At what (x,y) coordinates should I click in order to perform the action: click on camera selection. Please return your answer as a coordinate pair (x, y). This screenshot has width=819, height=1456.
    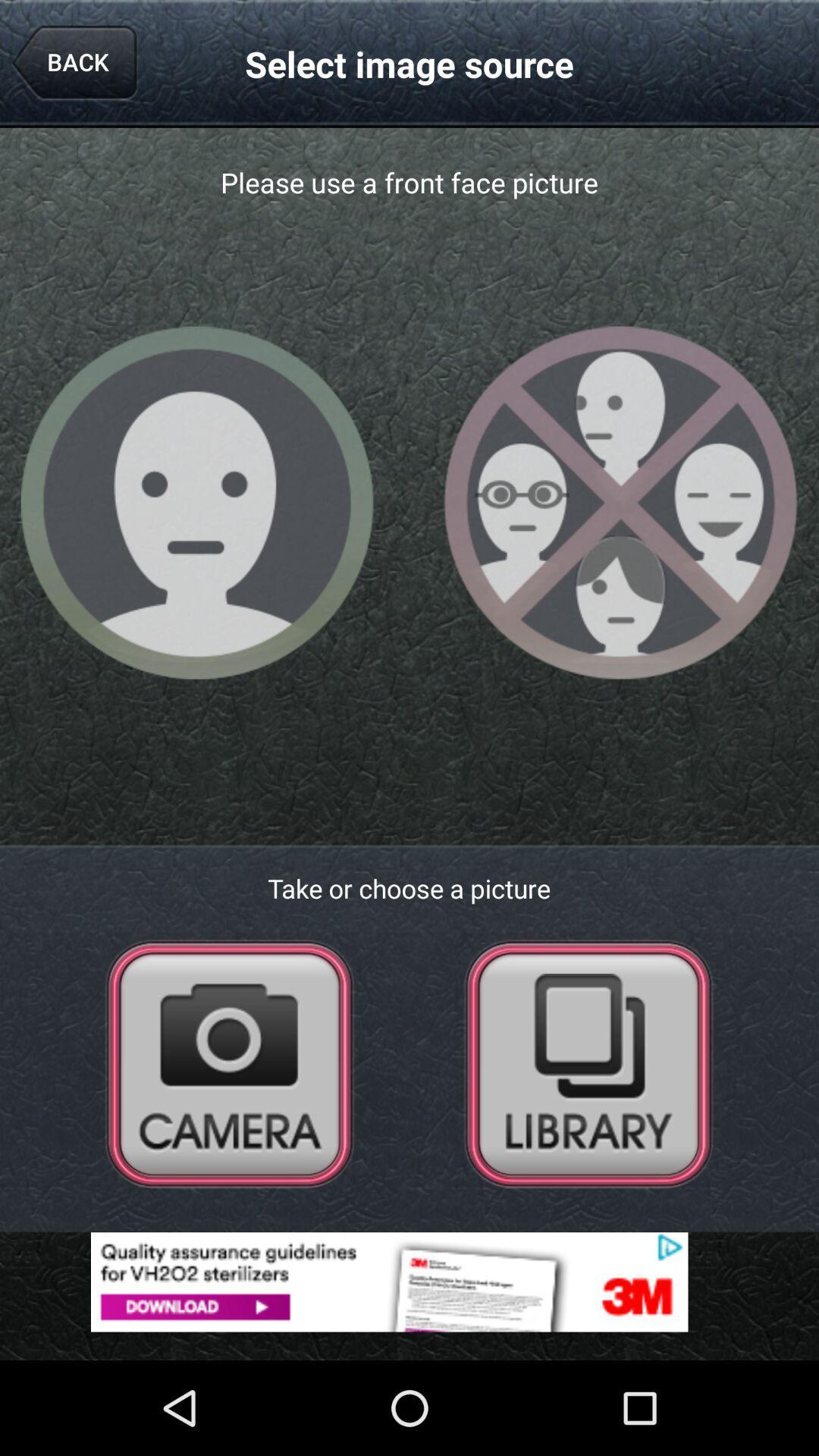
    Looking at the image, I should click on (230, 1062).